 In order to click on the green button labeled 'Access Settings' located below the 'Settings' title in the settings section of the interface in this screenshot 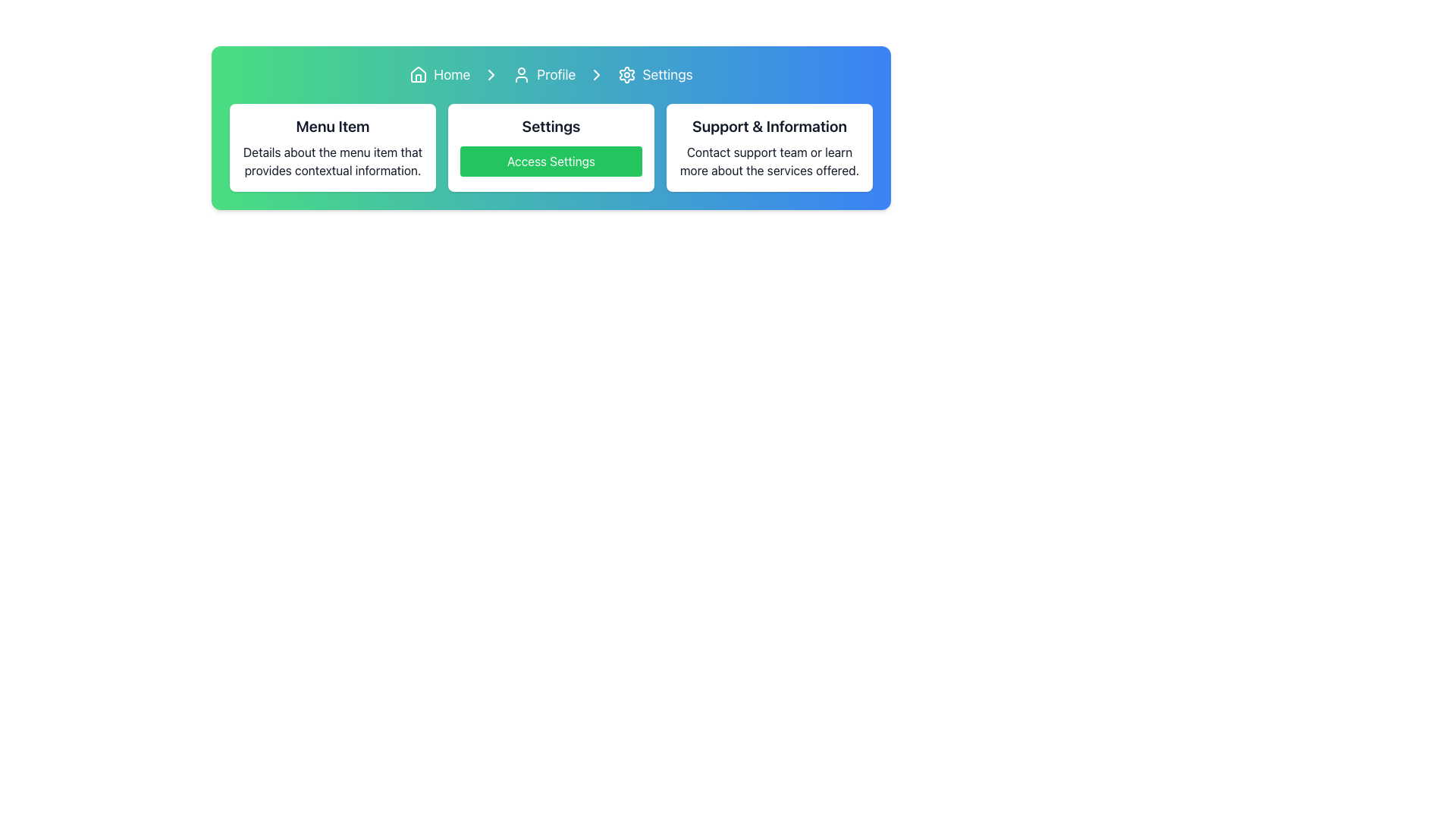, I will do `click(550, 161)`.